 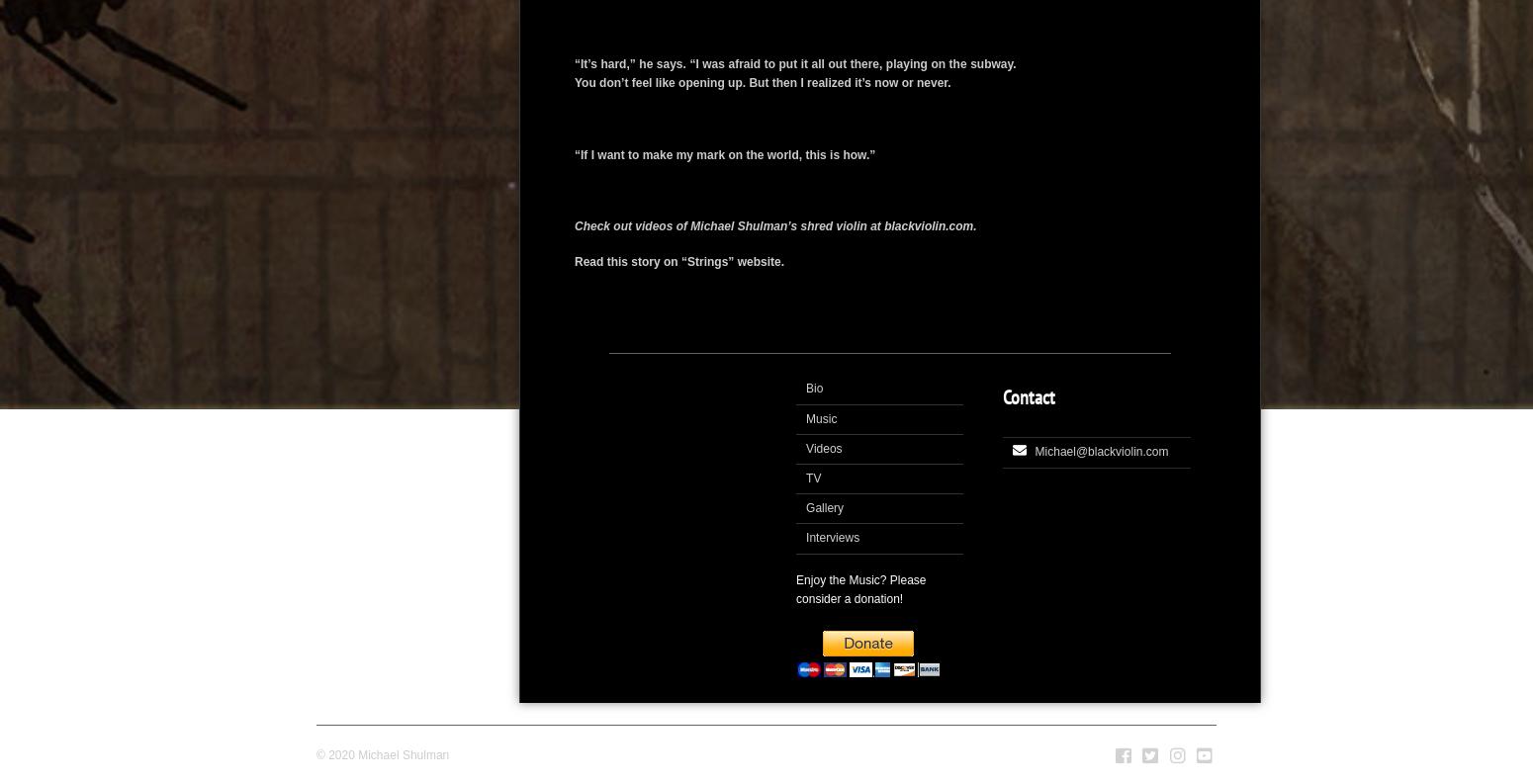 What do you see at coordinates (382, 754) in the screenshot?
I see `'© 2020 Michael Shulman'` at bounding box center [382, 754].